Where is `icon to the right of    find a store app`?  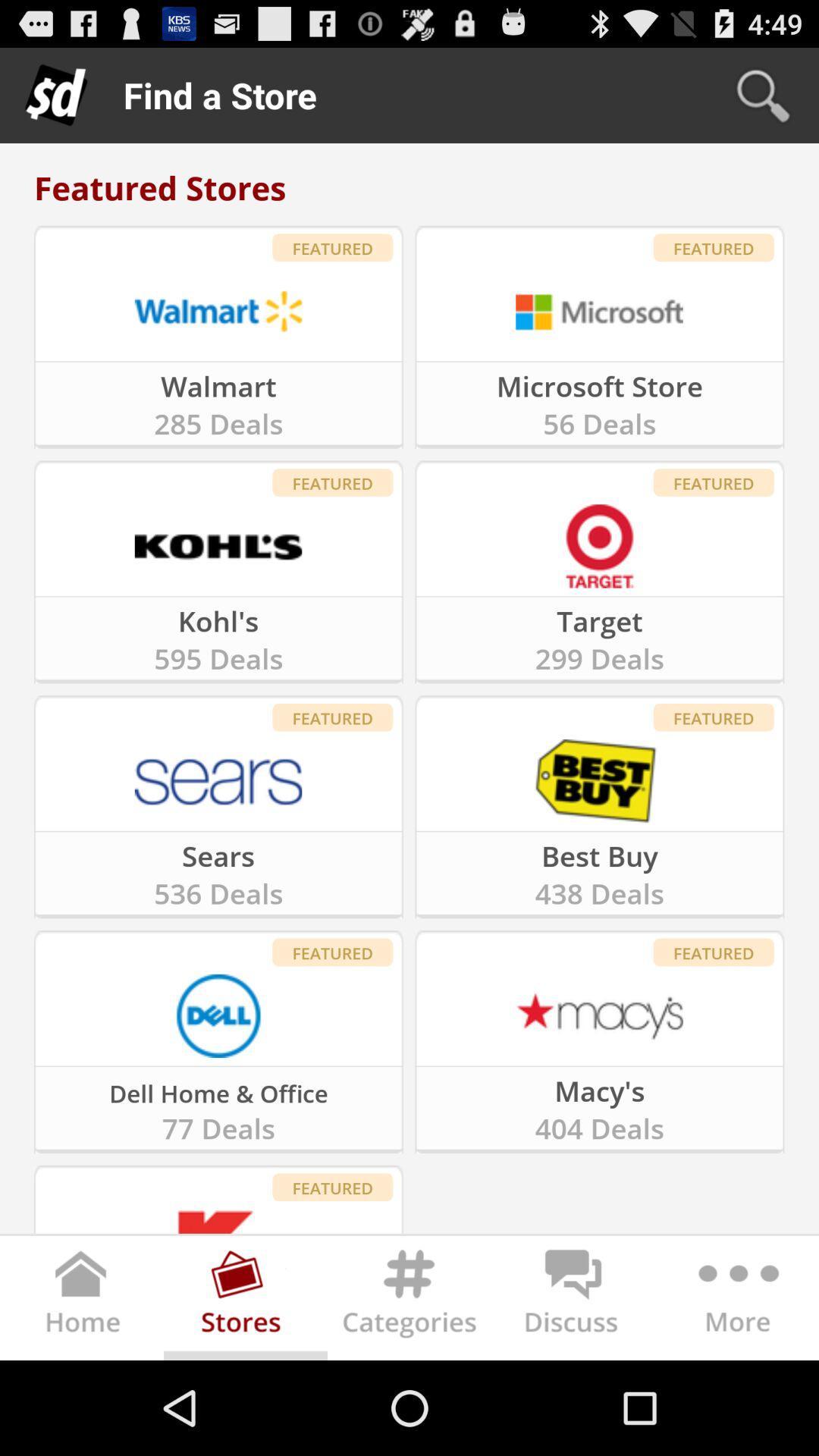 icon to the right of    find a store app is located at coordinates (763, 94).